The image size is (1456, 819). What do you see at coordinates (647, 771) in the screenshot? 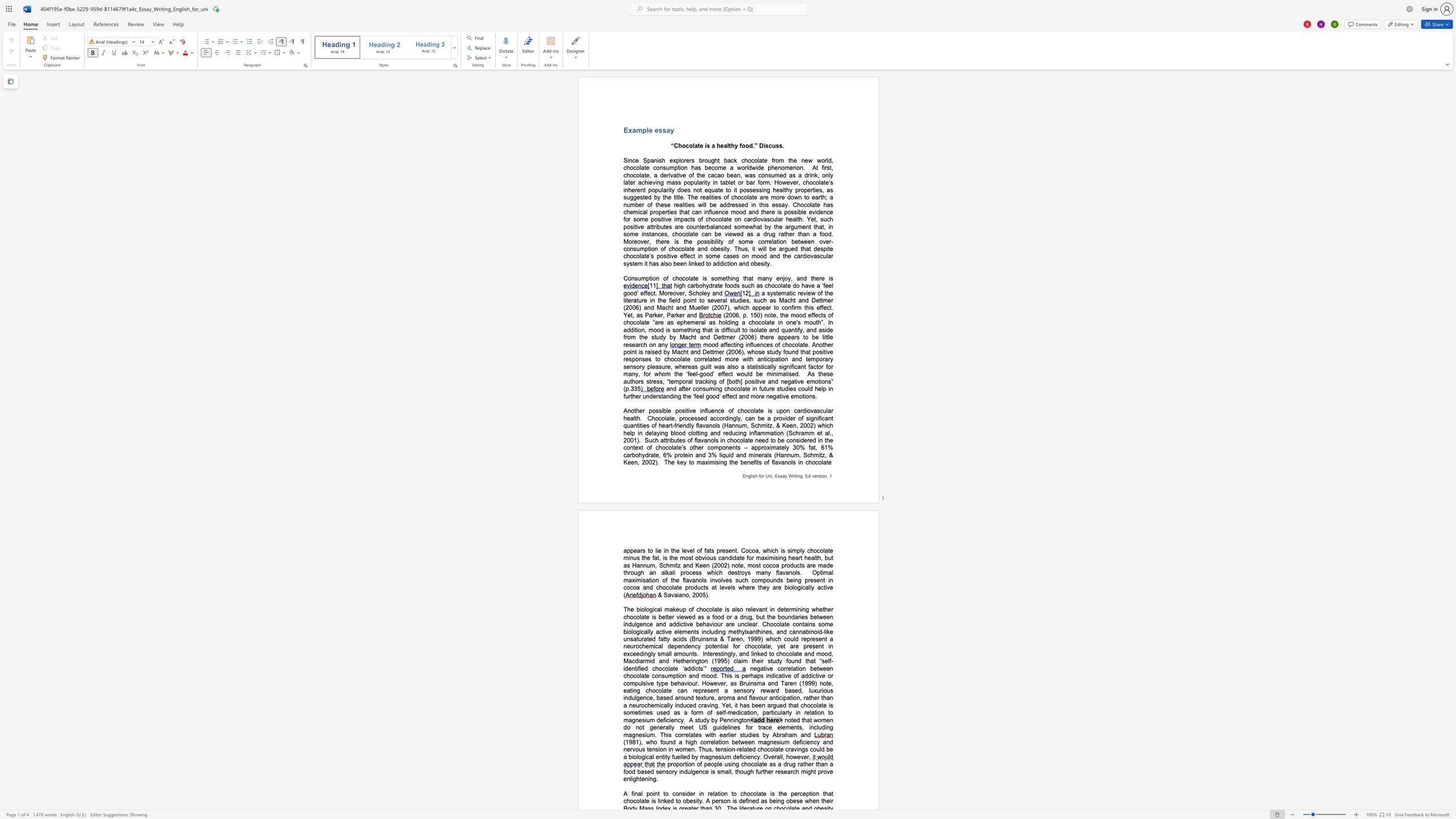
I see `the subset text "ed sensory indulgence is small, though further research might prove enli" within the text "proportion of people using chocolate as a drug rather than a food based sensory indulgence is small, though further research might prove enlightening."` at bounding box center [647, 771].